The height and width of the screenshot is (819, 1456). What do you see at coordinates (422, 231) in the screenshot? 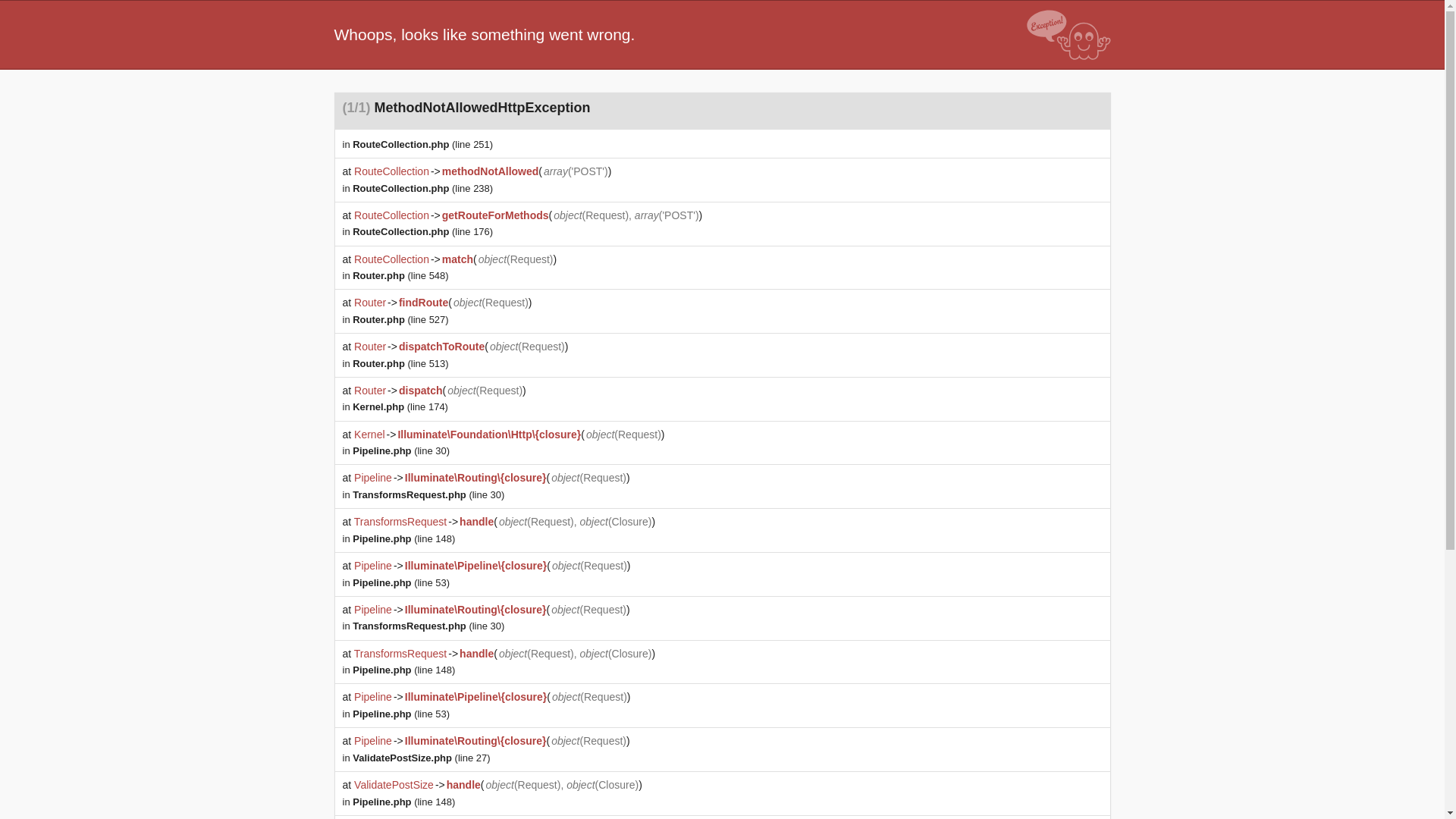
I see `'RouteCollection.php (line 176)'` at bounding box center [422, 231].